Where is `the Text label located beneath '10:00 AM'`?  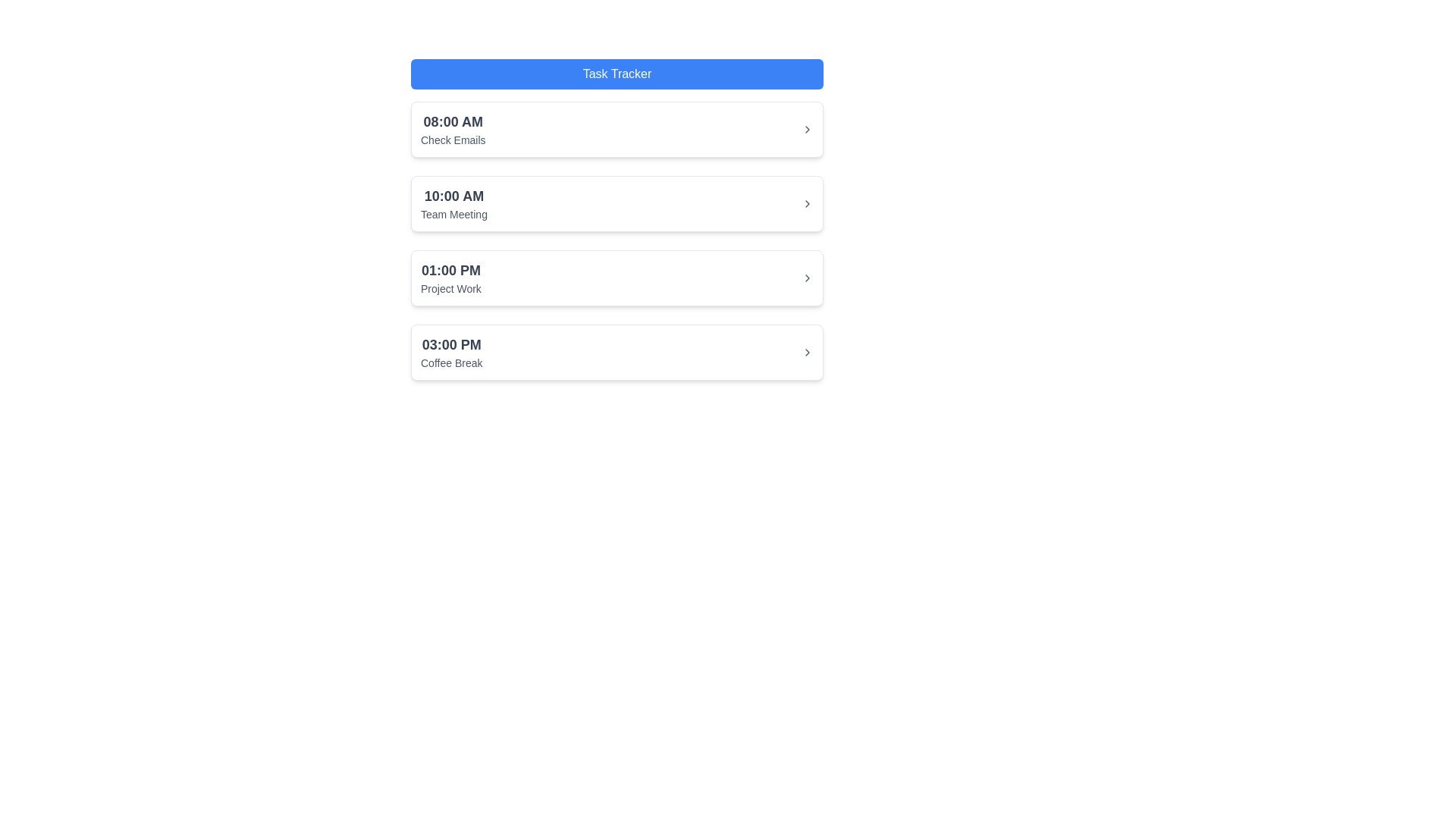 the Text label located beneath '10:00 AM' is located at coordinates (453, 214).